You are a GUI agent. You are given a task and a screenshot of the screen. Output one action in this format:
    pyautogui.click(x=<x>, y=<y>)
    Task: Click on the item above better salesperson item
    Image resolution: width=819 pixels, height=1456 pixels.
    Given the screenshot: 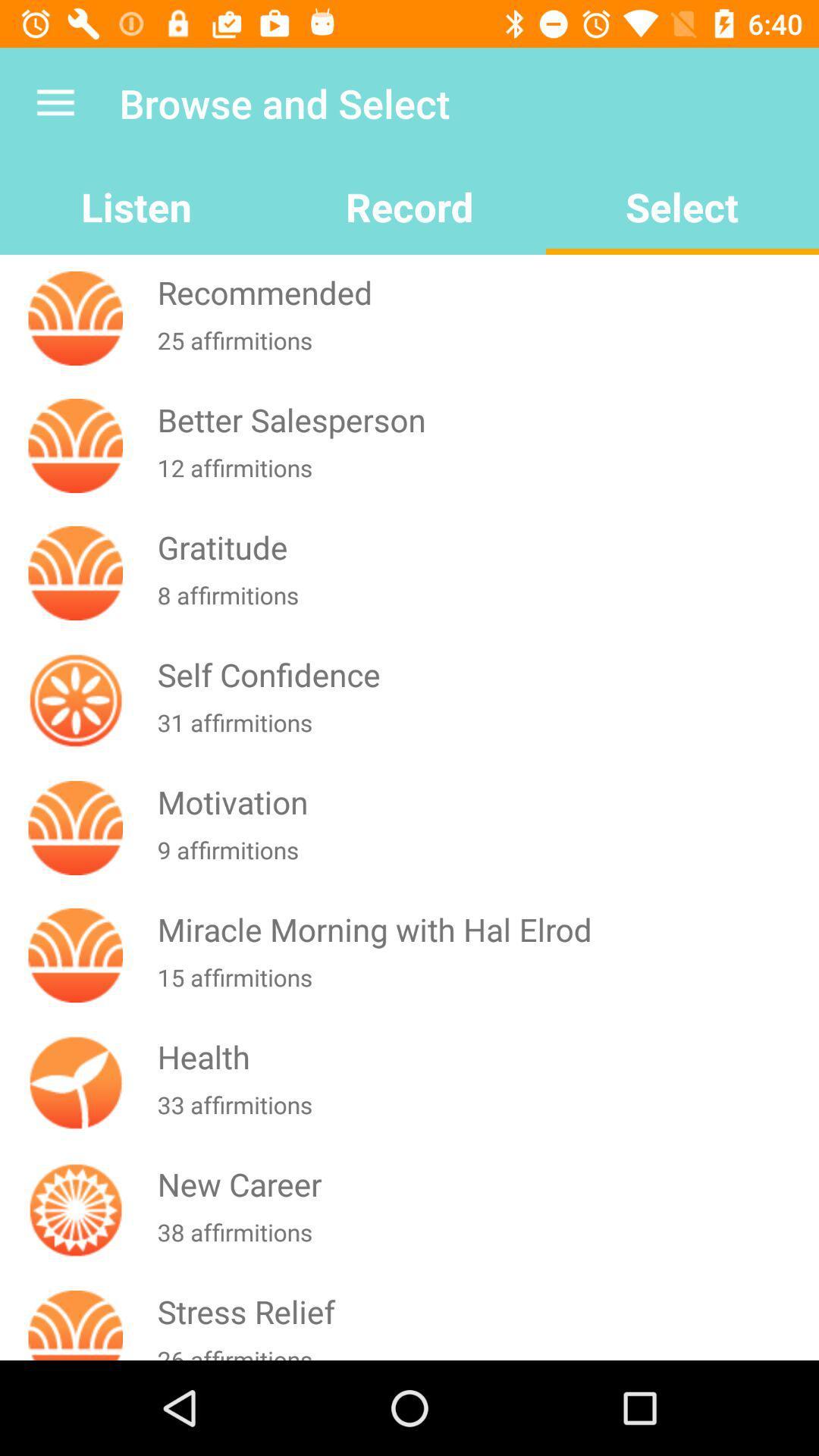 What is the action you would take?
    pyautogui.click(x=485, y=349)
    